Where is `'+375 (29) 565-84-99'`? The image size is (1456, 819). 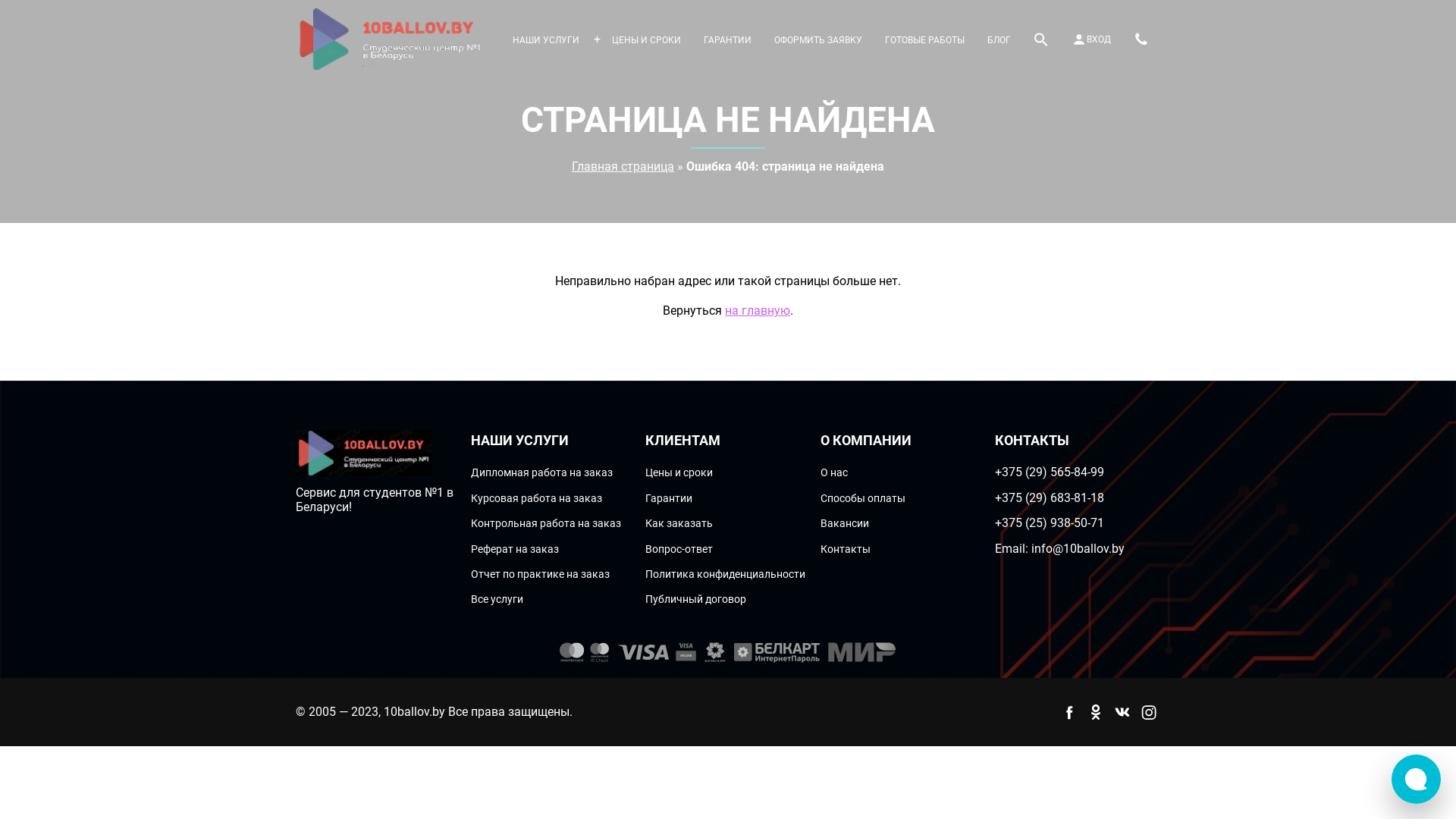
'+375 (29) 565-84-99' is located at coordinates (1048, 471).